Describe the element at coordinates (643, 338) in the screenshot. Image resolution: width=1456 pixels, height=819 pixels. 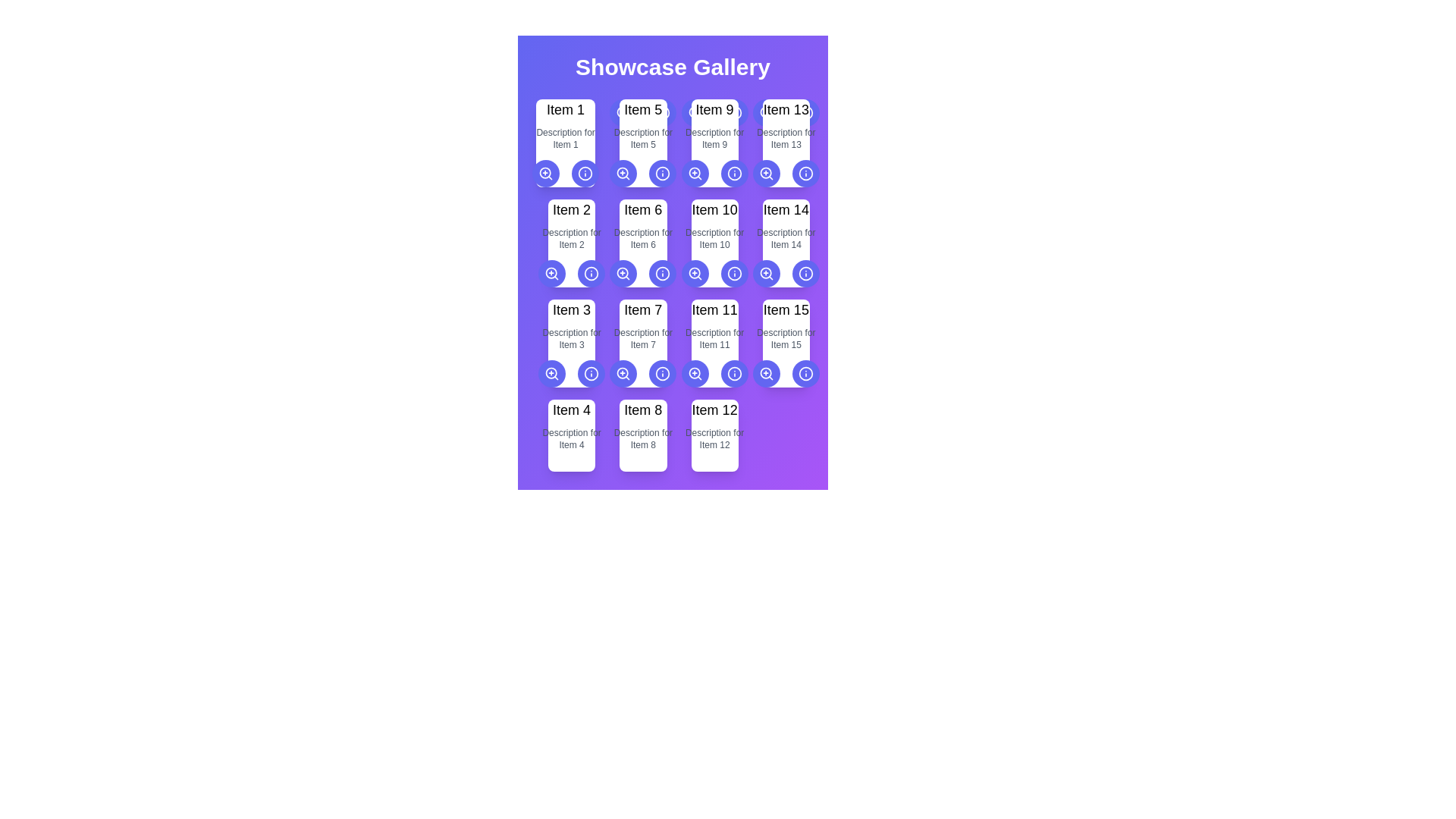
I see `the text label that reads 'Description for Item 7,' which is below the title 'Item 7' in the second row, third column of the grid layout` at that location.